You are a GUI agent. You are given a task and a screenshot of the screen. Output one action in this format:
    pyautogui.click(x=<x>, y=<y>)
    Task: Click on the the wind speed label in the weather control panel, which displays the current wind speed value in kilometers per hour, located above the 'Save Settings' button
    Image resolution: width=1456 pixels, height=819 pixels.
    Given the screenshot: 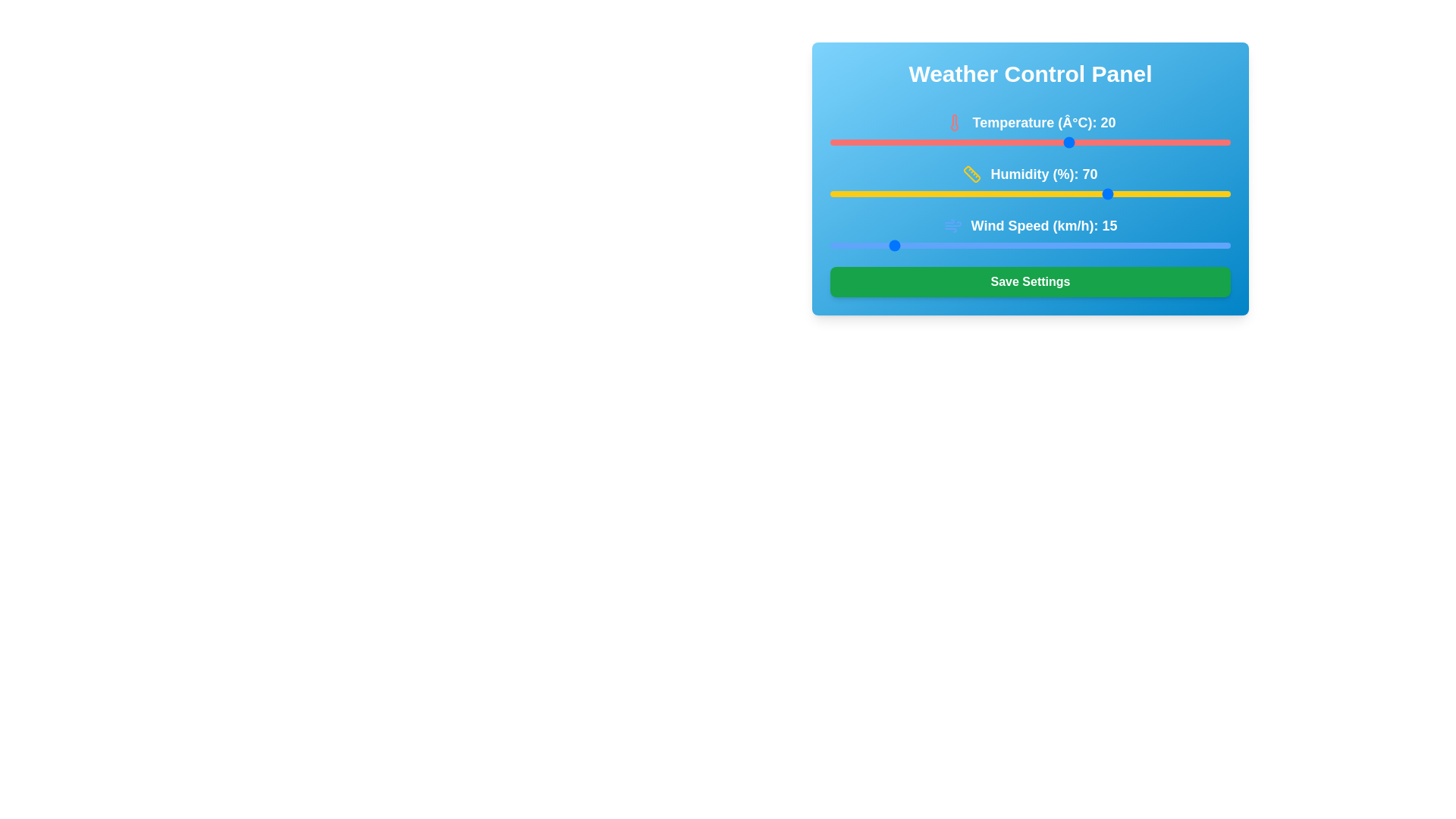 What is the action you would take?
    pyautogui.click(x=1030, y=231)
    